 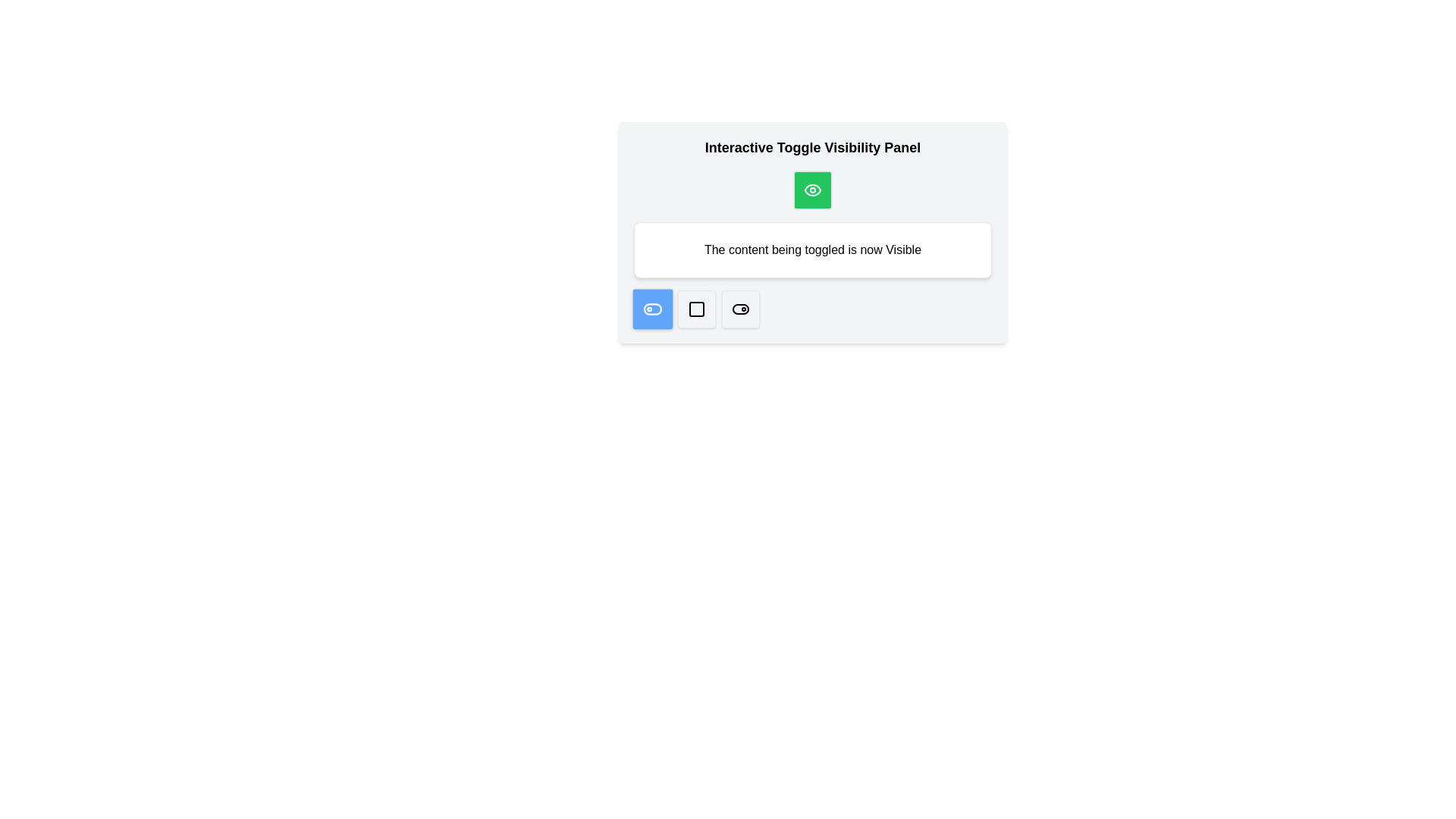 What do you see at coordinates (741, 309) in the screenshot?
I see `the toggle switch background (rounded rectangle) that indicates on/off states, located on the right side of the interface` at bounding box center [741, 309].